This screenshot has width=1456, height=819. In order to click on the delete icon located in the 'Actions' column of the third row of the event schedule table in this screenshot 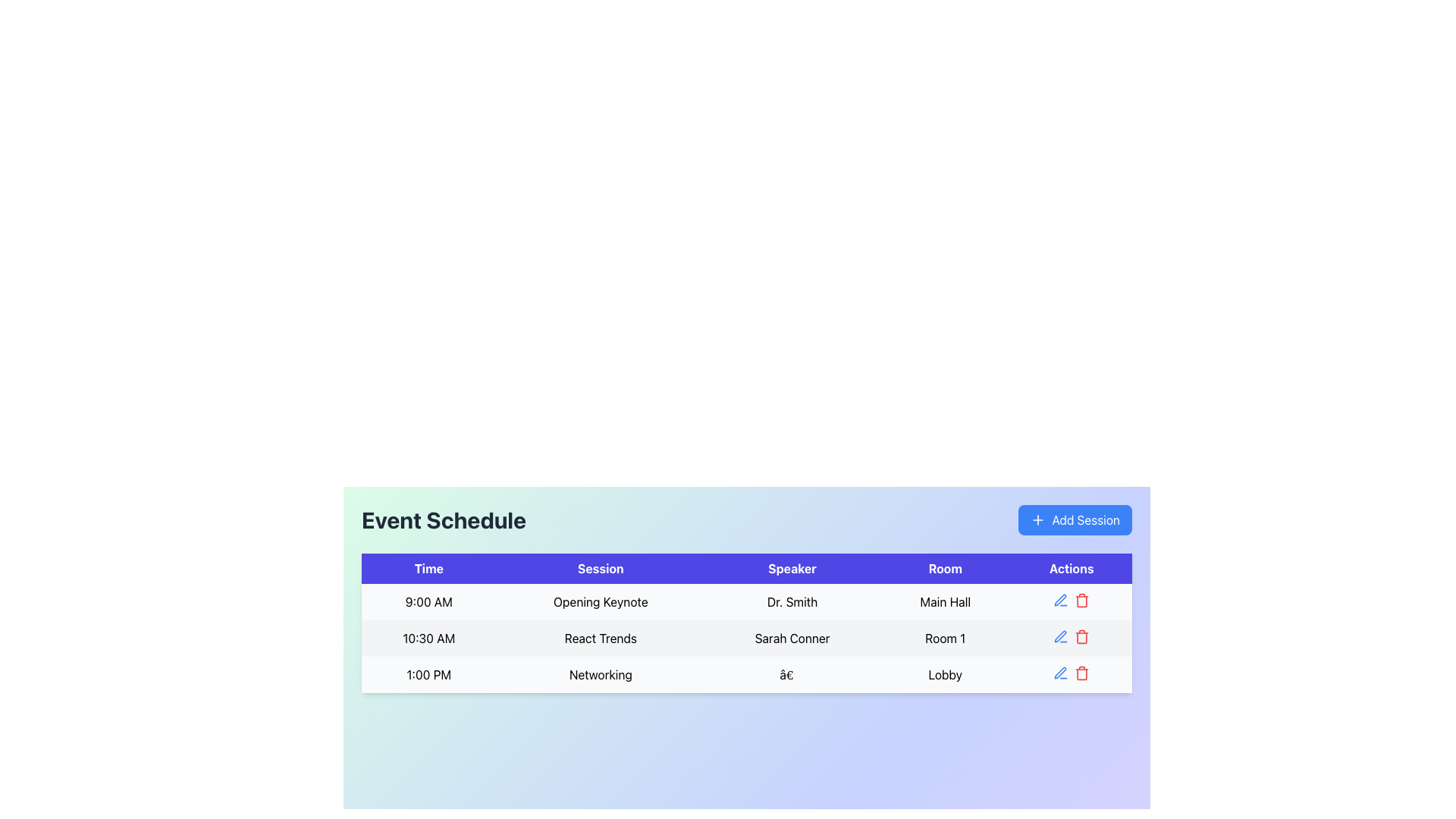, I will do `click(1081, 599)`.